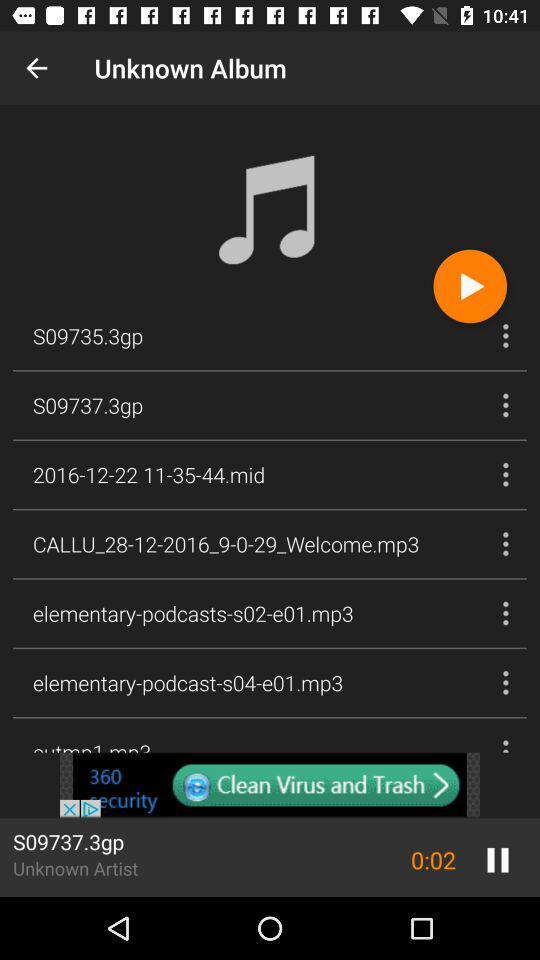  Describe the element at coordinates (270, 785) in the screenshot. I see `as` at that location.